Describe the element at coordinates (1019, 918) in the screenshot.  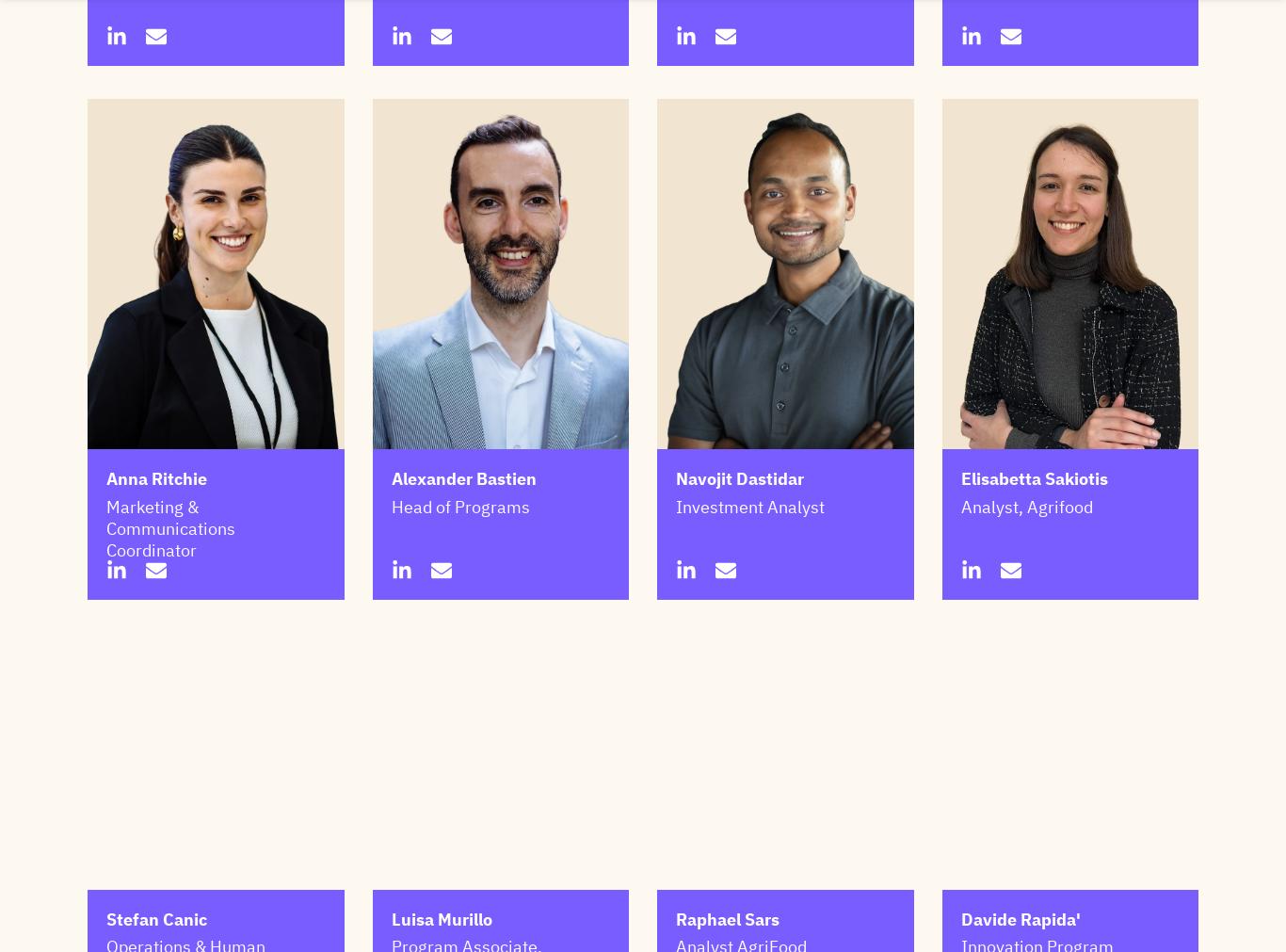
I see `'Davide Rapida''` at that location.